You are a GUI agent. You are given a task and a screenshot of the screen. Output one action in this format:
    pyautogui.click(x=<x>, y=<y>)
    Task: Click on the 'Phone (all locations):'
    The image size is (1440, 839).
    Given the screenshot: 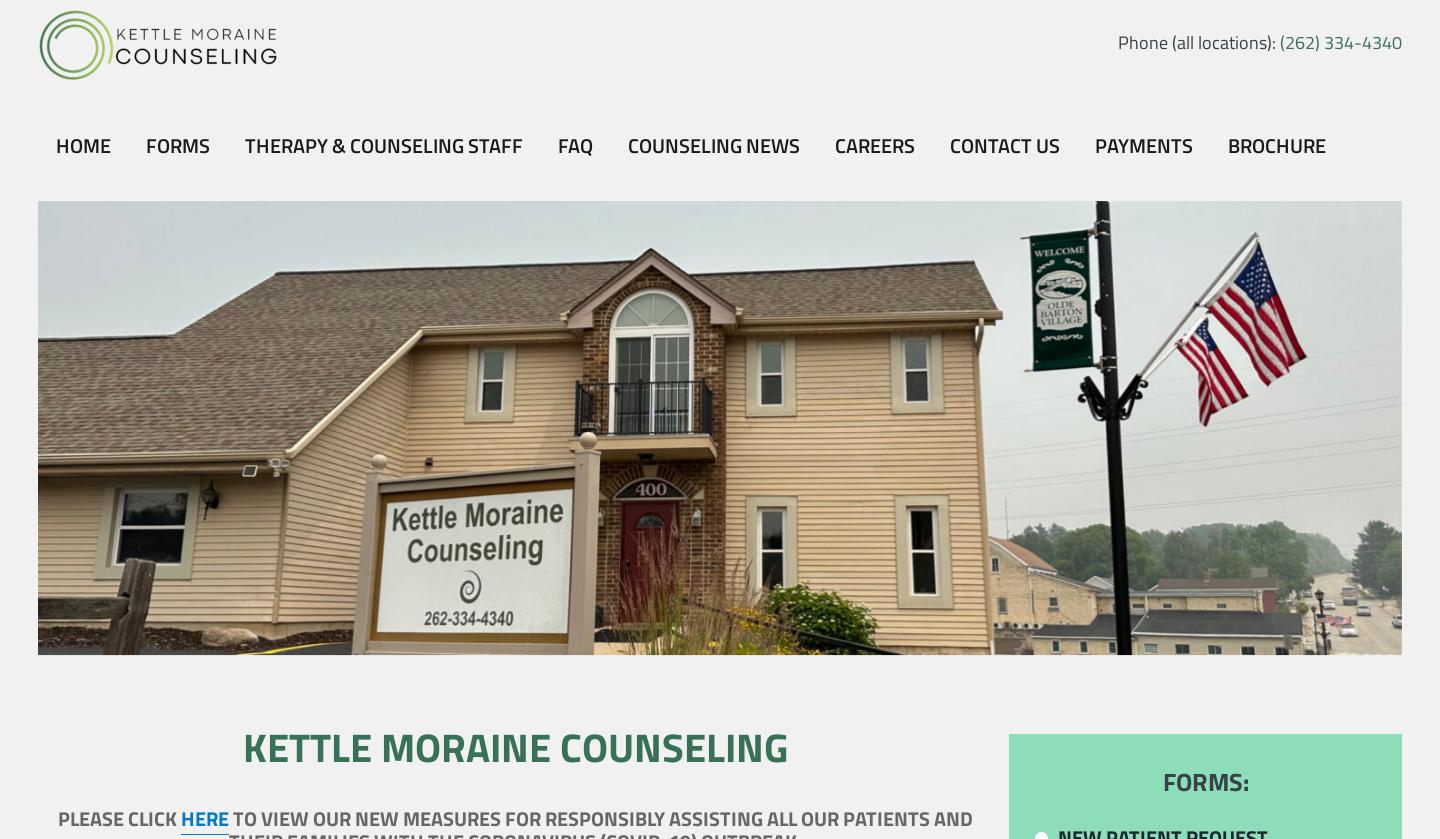 What is the action you would take?
    pyautogui.click(x=1198, y=42)
    